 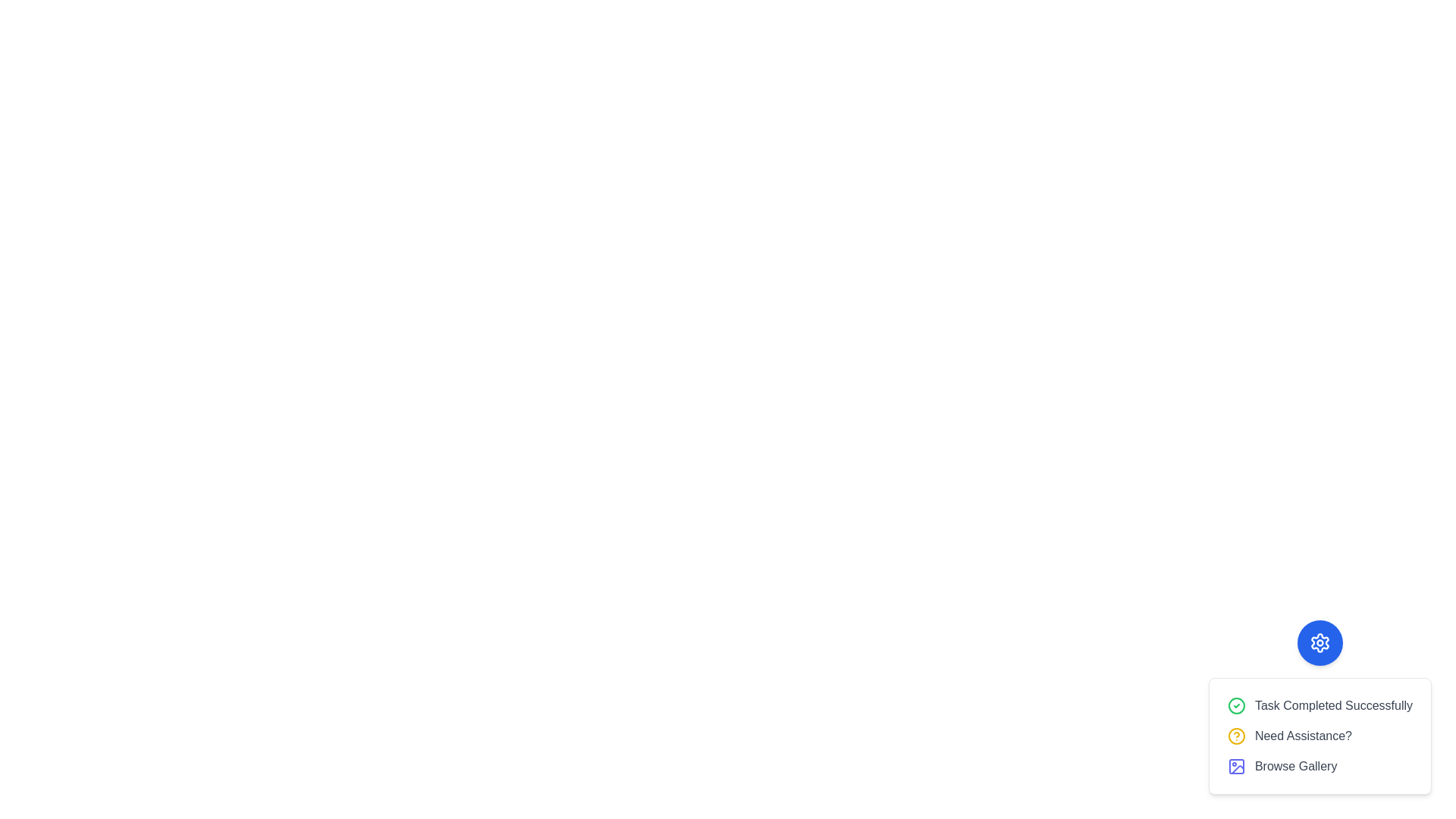 What do you see at coordinates (1236, 705) in the screenshot?
I see `the static confirmation icon located to the left of the text 'Task Completed Successfully' in the bottom-right section of the interface` at bounding box center [1236, 705].